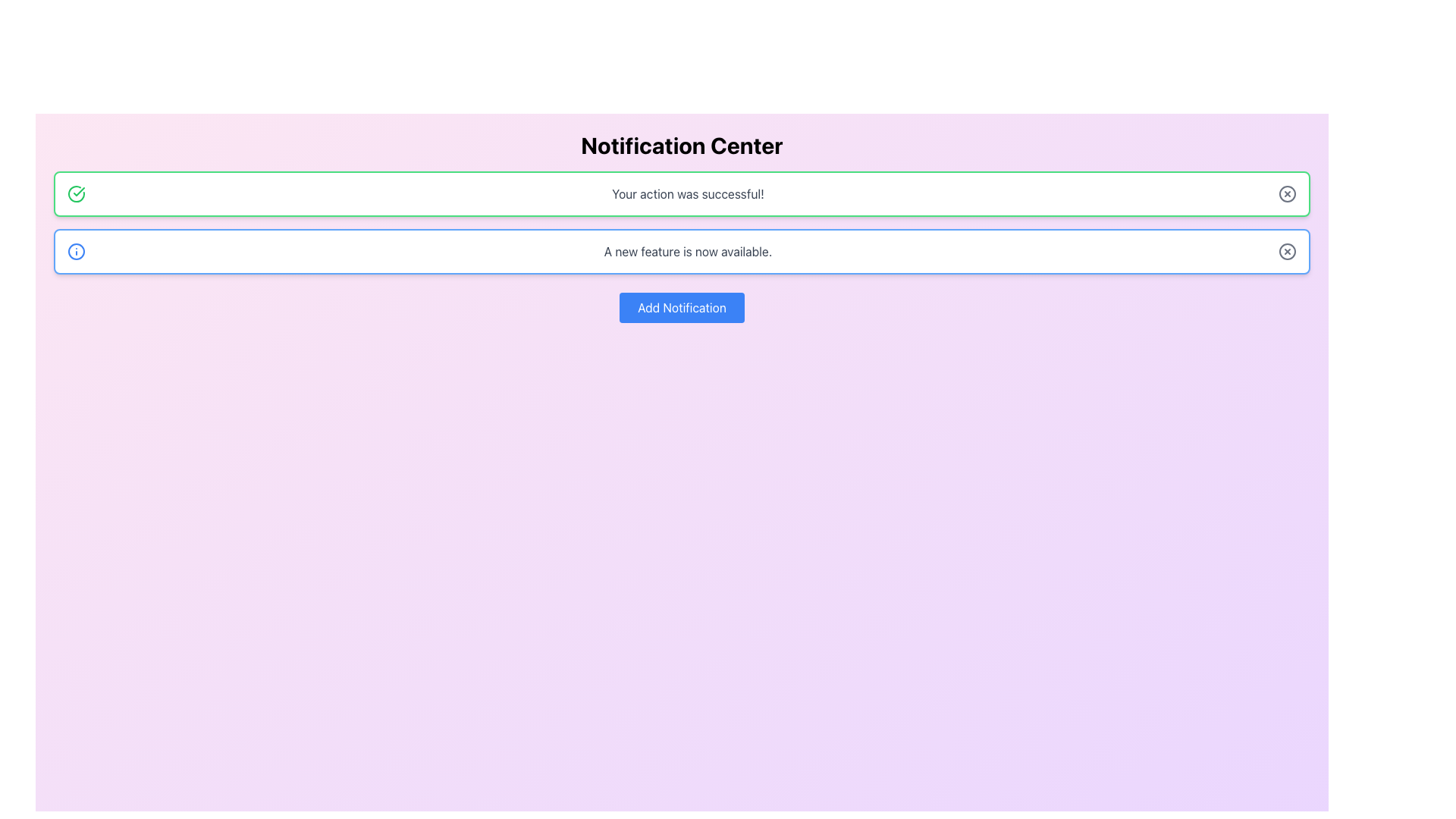 The image size is (1456, 819). Describe the element at coordinates (687, 193) in the screenshot. I see `the main notification message text label that provides feedback about the success of the user's recent action, located in the upper section of the interface beneath the 'Notification Center' heading` at that location.